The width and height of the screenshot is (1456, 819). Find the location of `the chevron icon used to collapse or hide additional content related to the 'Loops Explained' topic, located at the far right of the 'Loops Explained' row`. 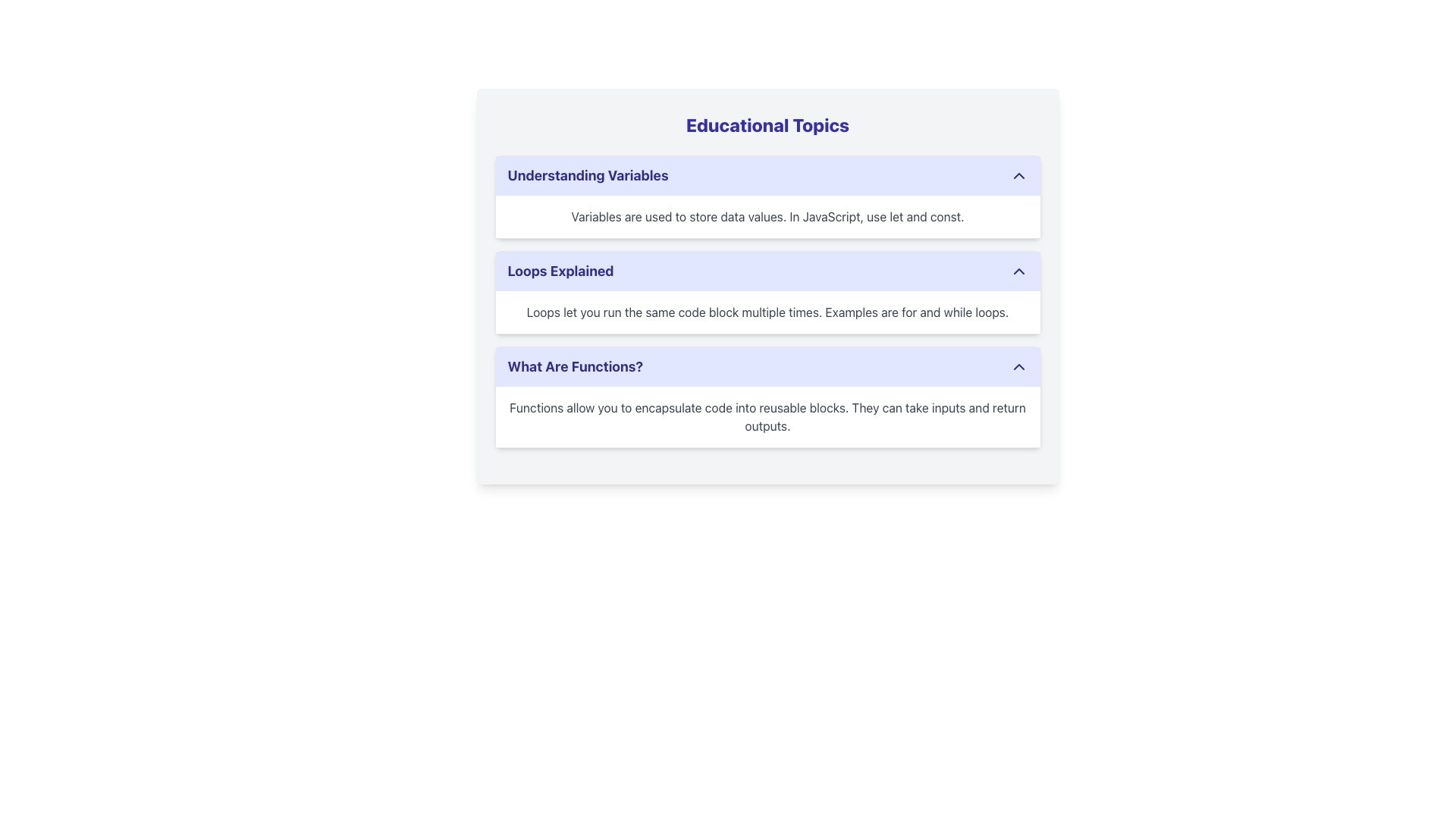

the chevron icon used to collapse or hide additional content related to the 'Loops Explained' topic, located at the far right of the 'Loops Explained' row is located at coordinates (1018, 271).